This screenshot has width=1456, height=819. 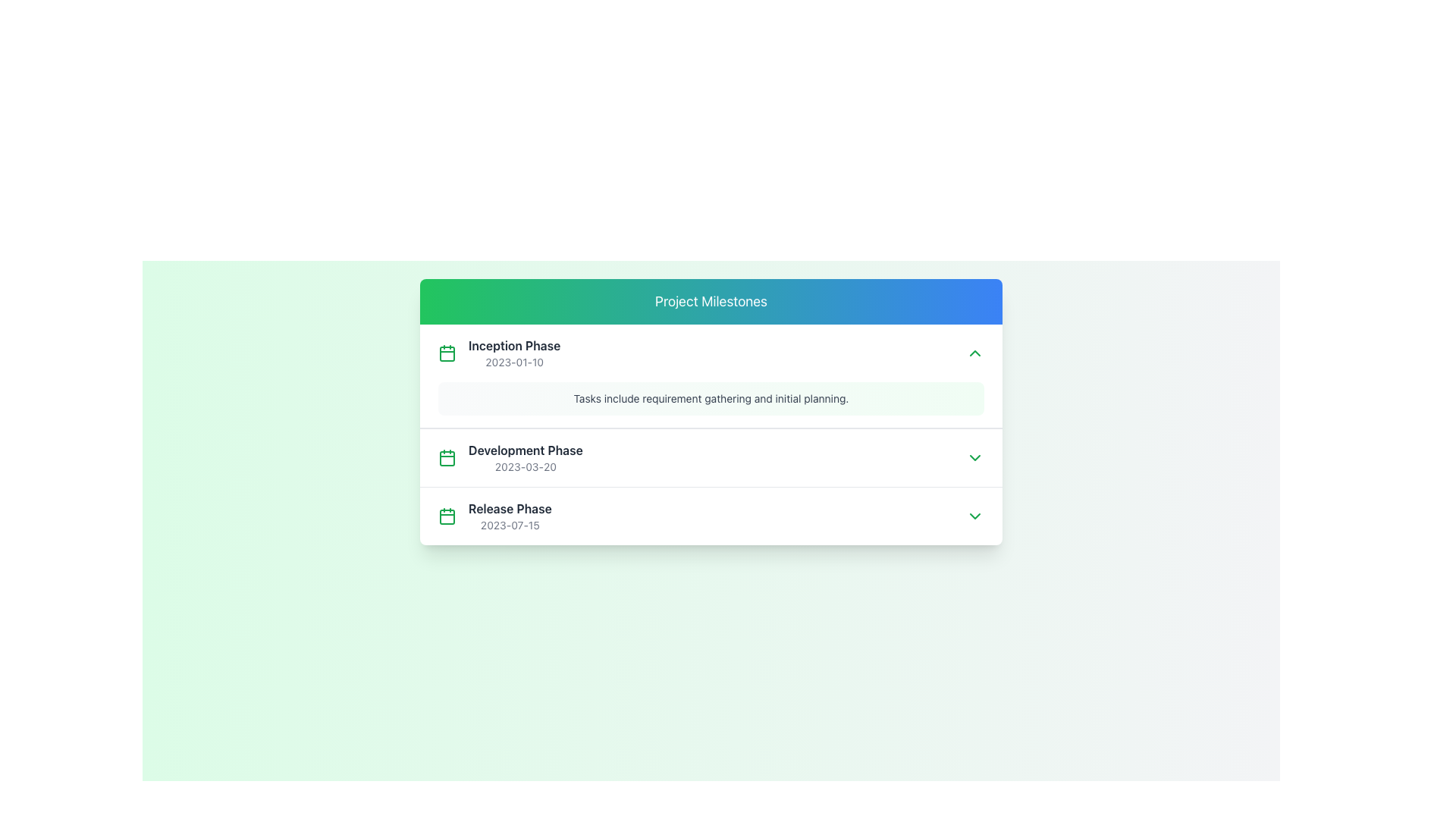 What do you see at coordinates (710, 516) in the screenshot?
I see `the non-interactive milestone phase element, the third item in the milestone list under 'Development Phase'` at bounding box center [710, 516].